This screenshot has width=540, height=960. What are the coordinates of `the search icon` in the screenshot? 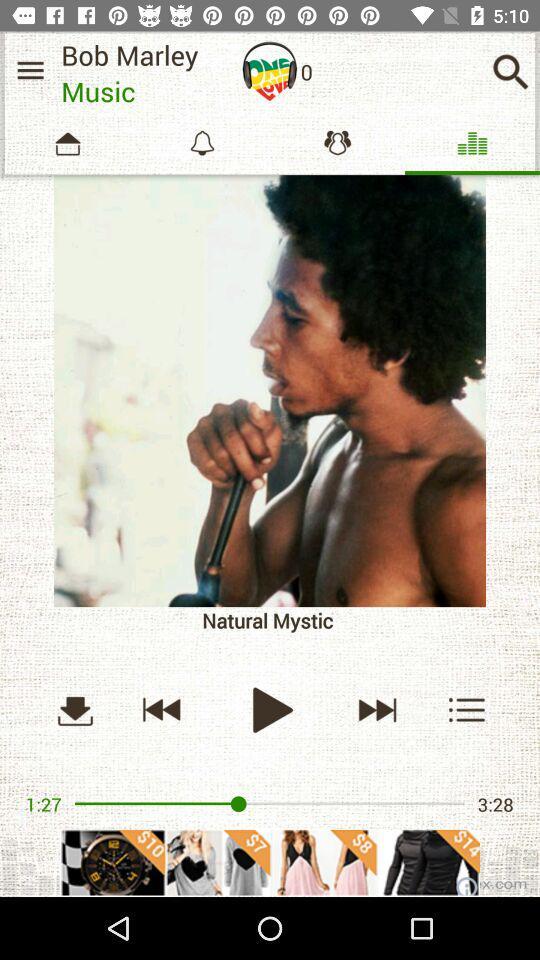 It's located at (510, 71).